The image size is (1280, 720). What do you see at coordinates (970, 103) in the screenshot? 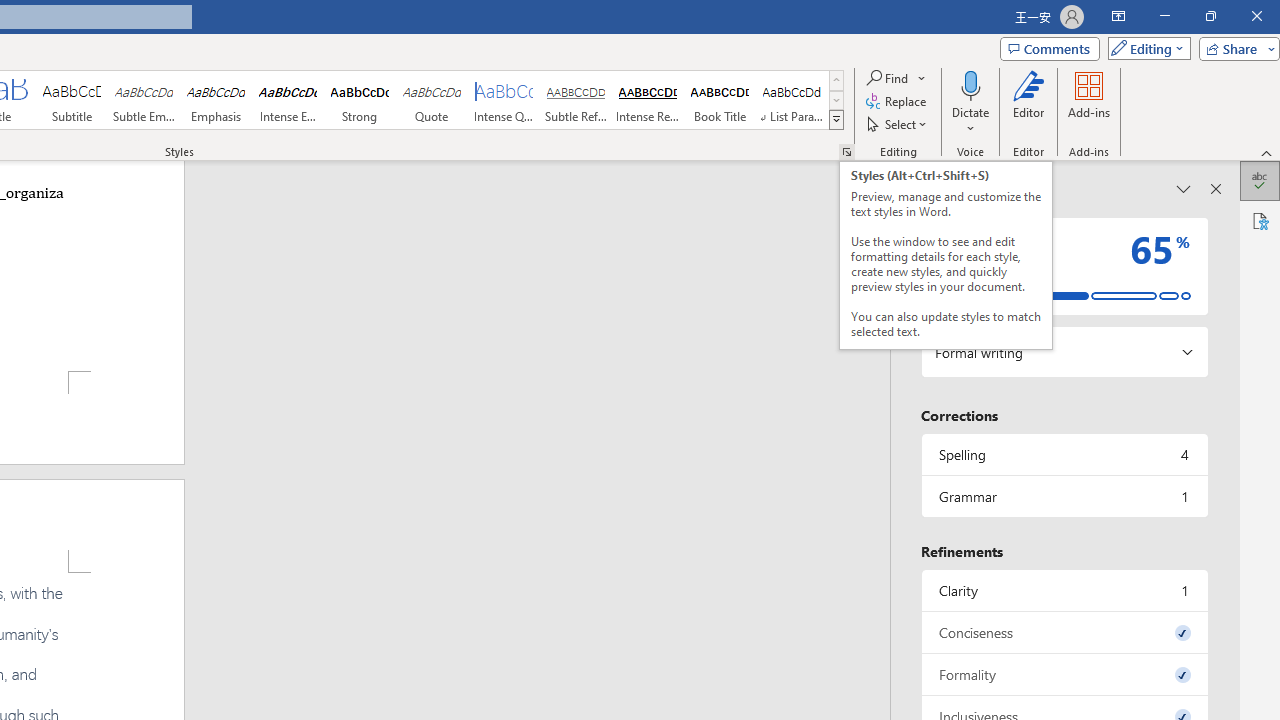
I see `'Dictate'` at bounding box center [970, 103].